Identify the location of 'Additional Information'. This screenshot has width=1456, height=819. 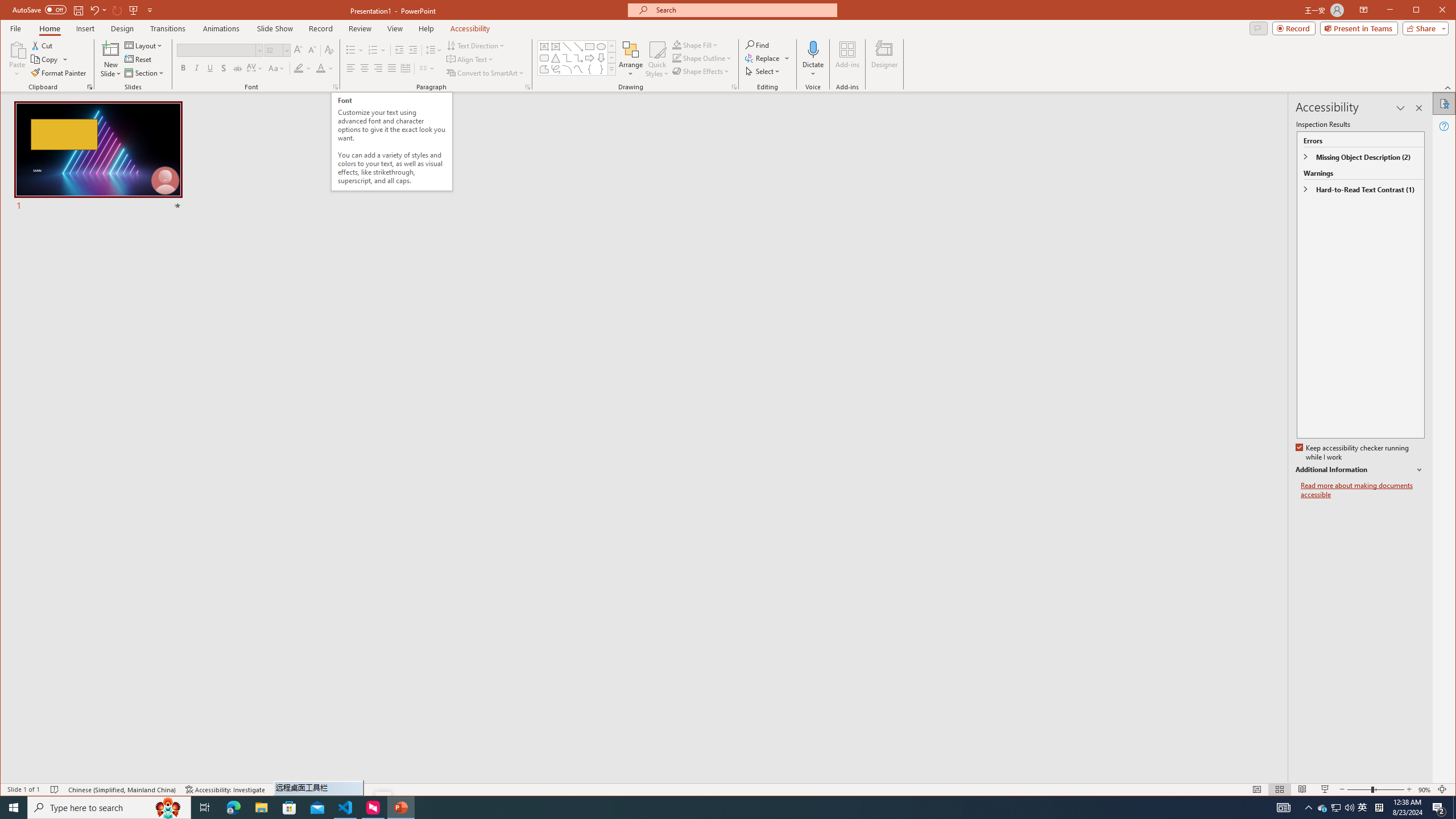
(1360, 470).